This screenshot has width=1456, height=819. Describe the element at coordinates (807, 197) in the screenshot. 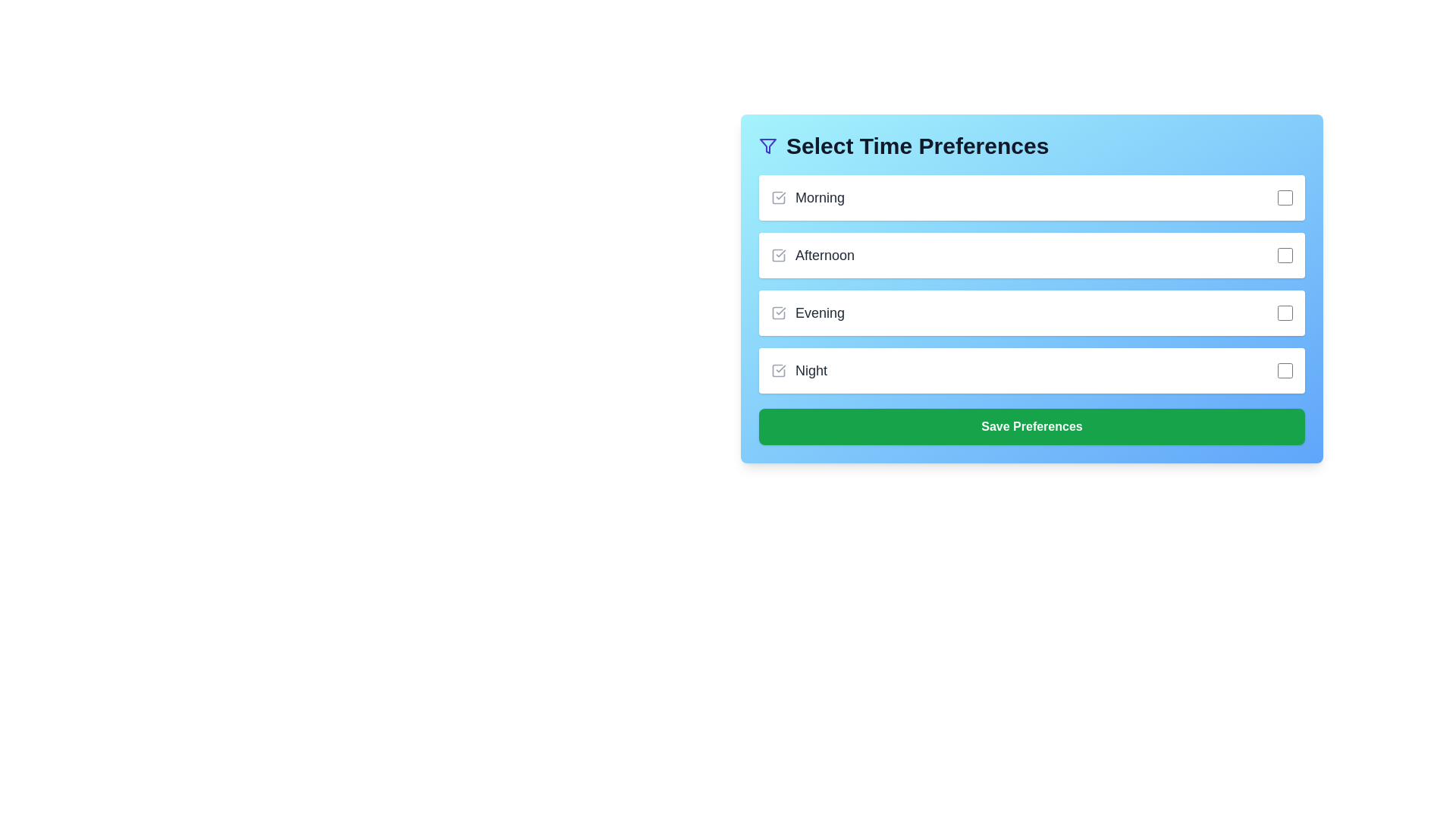

I see `the checkbox associated with the 'Morning' time preference label located in the first row of the time preferences list within a medium-sized card with a blue gradient background` at that location.